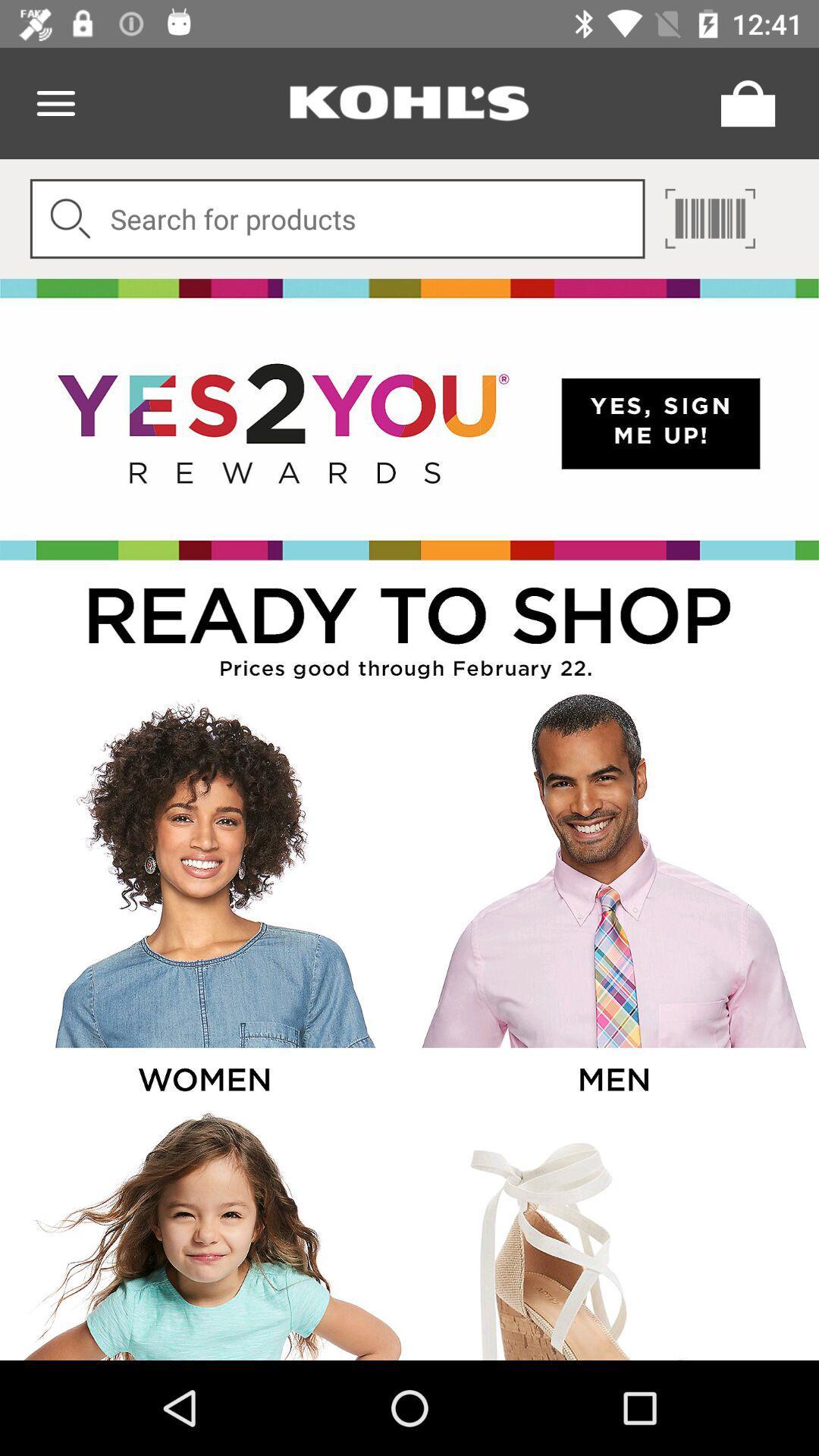  What do you see at coordinates (612, 1234) in the screenshot?
I see `advertisement area` at bounding box center [612, 1234].